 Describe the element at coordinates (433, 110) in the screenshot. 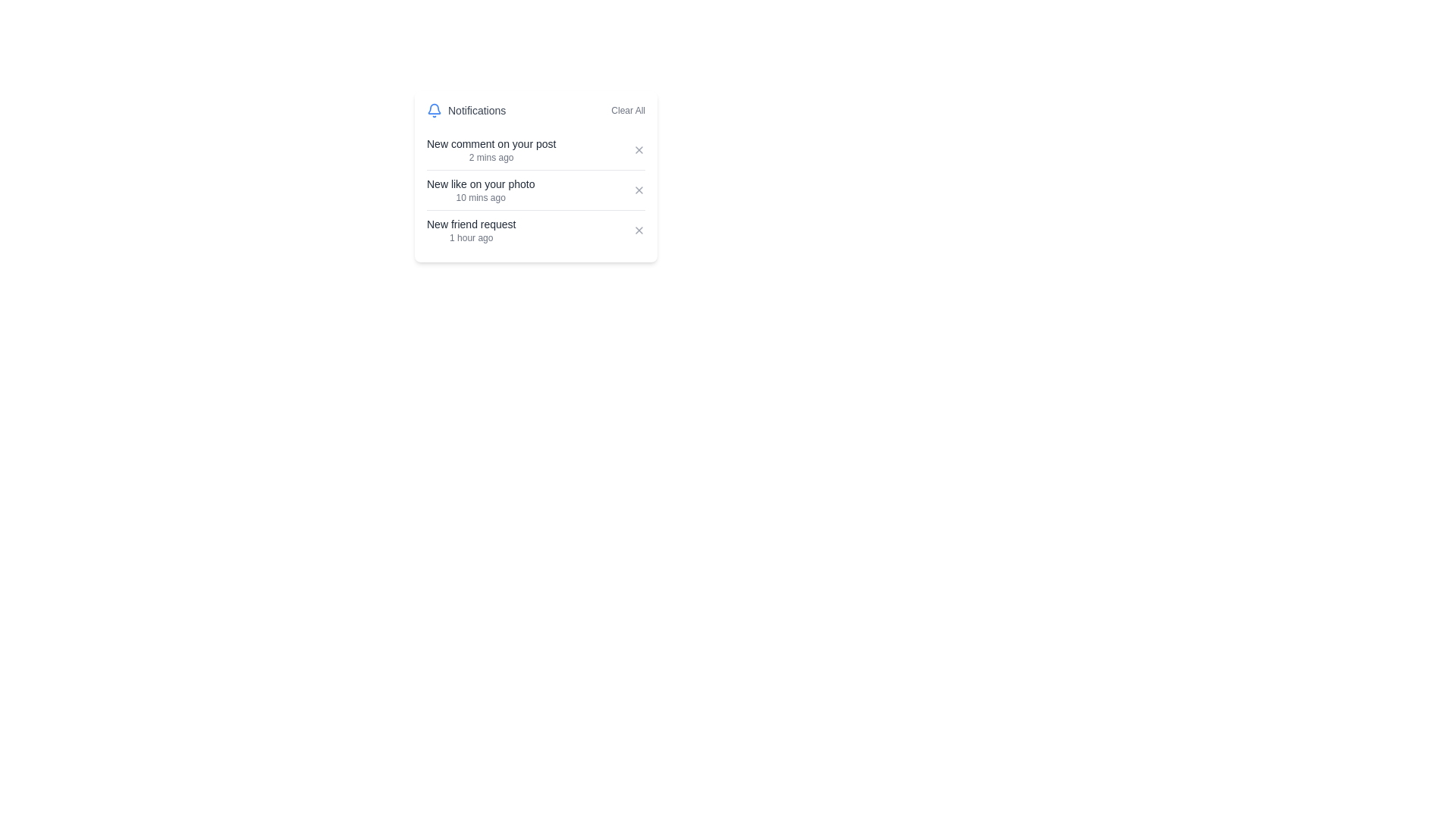

I see `the blue bell-shaped notification icon located to the left of the 'Notifications' text in the top-left area of the interface` at that location.